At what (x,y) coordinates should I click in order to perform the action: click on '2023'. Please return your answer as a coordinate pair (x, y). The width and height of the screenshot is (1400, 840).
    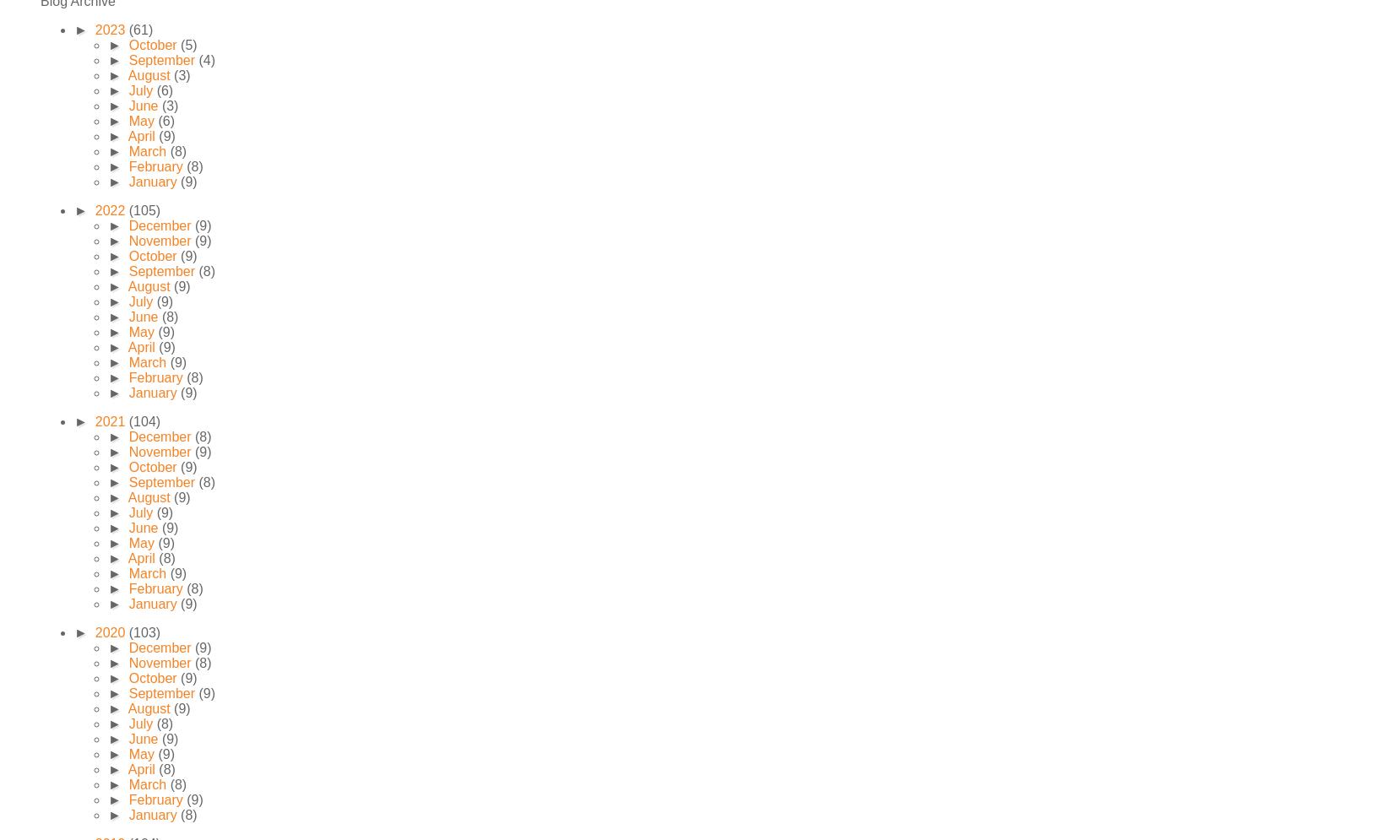
    Looking at the image, I should click on (110, 30).